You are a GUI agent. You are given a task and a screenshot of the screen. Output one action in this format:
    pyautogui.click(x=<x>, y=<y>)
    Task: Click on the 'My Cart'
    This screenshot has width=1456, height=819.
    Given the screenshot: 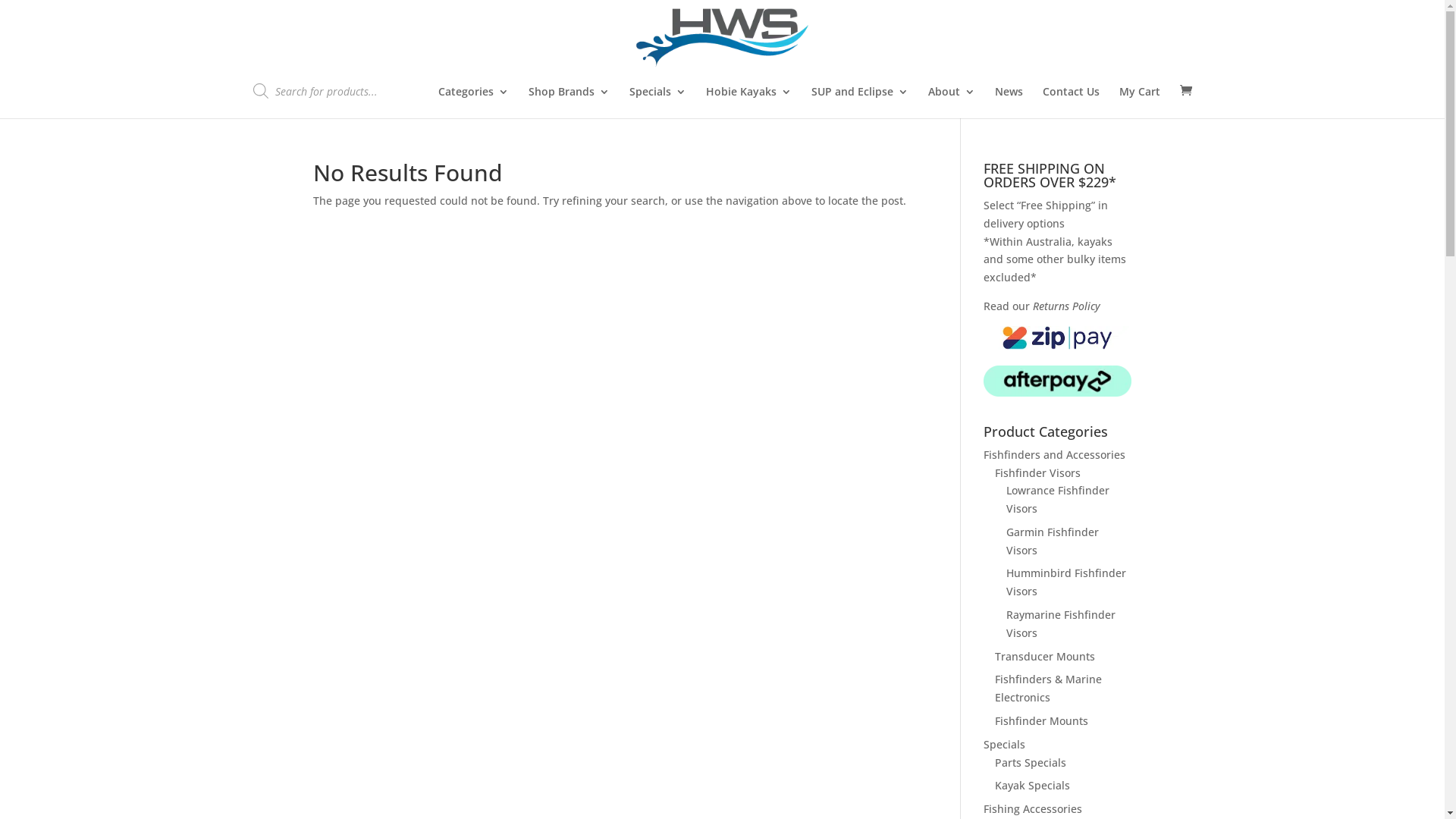 What is the action you would take?
    pyautogui.click(x=1139, y=102)
    